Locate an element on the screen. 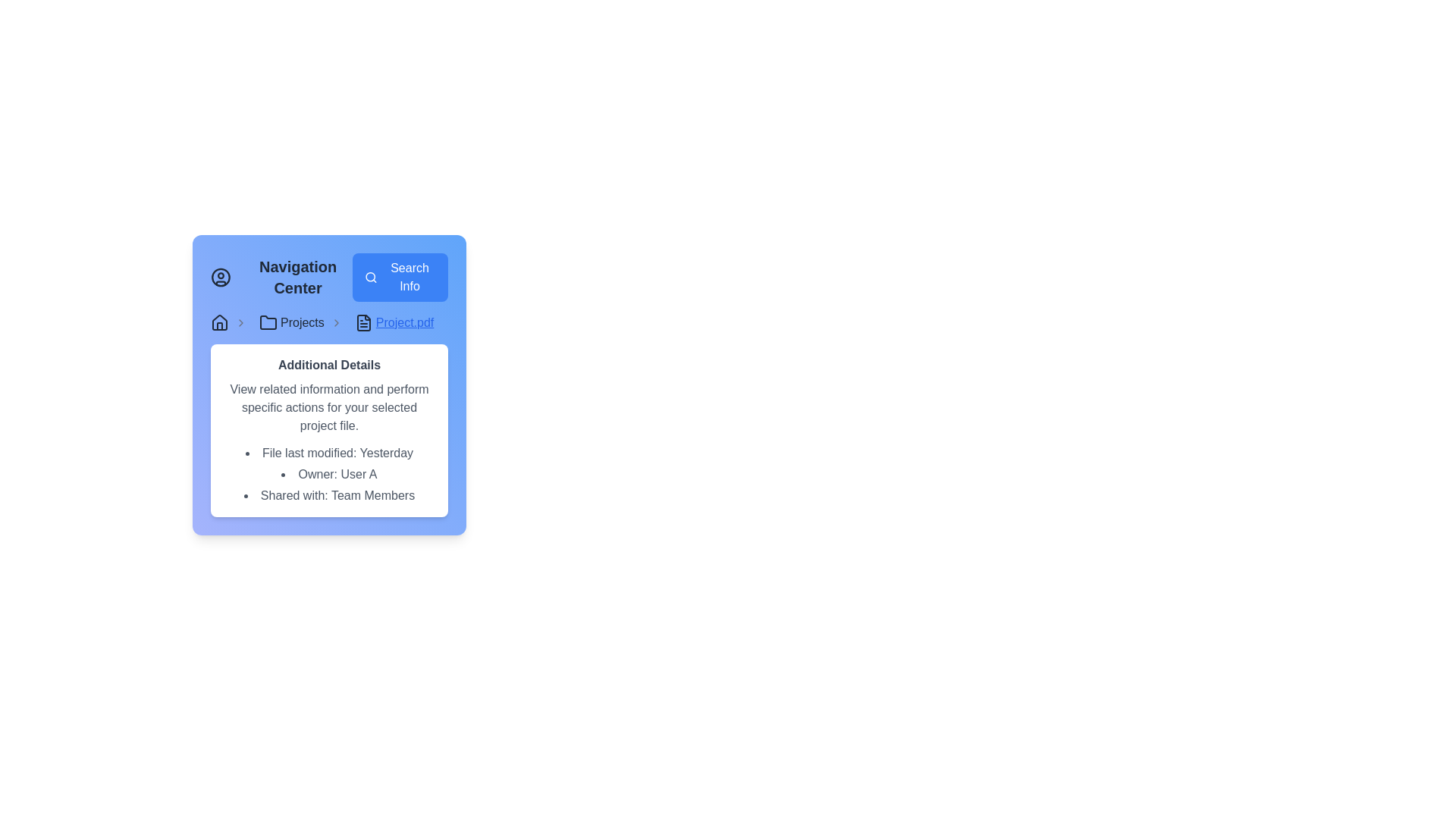 The image size is (1456, 819). the 'Projects' text label in the breadcrumb navigation which indicates the current hierarchical level is located at coordinates (302, 322).